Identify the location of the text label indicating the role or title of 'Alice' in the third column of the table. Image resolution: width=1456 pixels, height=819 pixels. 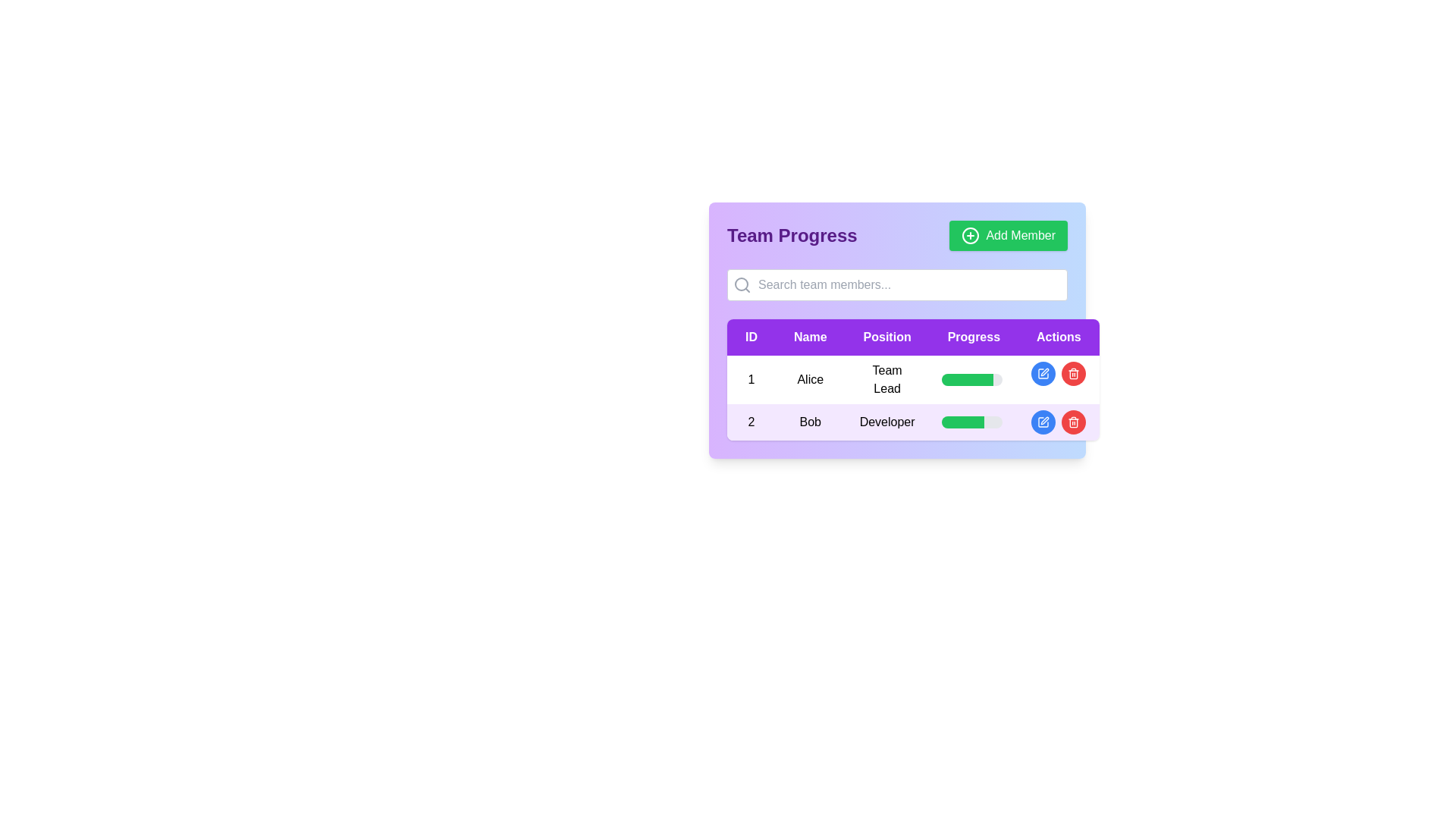
(887, 379).